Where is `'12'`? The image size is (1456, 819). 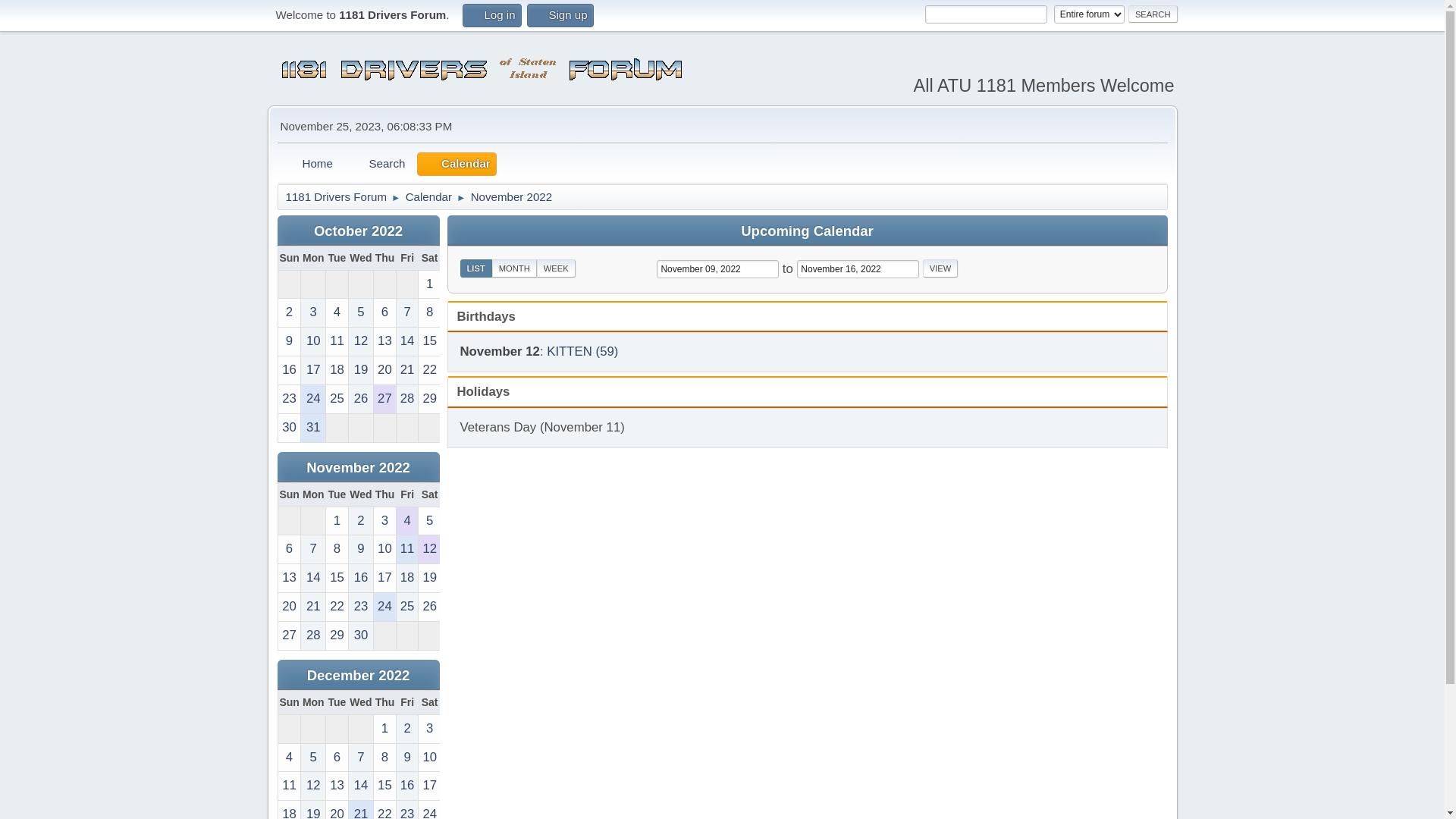 '12' is located at coordinates (428, 549).